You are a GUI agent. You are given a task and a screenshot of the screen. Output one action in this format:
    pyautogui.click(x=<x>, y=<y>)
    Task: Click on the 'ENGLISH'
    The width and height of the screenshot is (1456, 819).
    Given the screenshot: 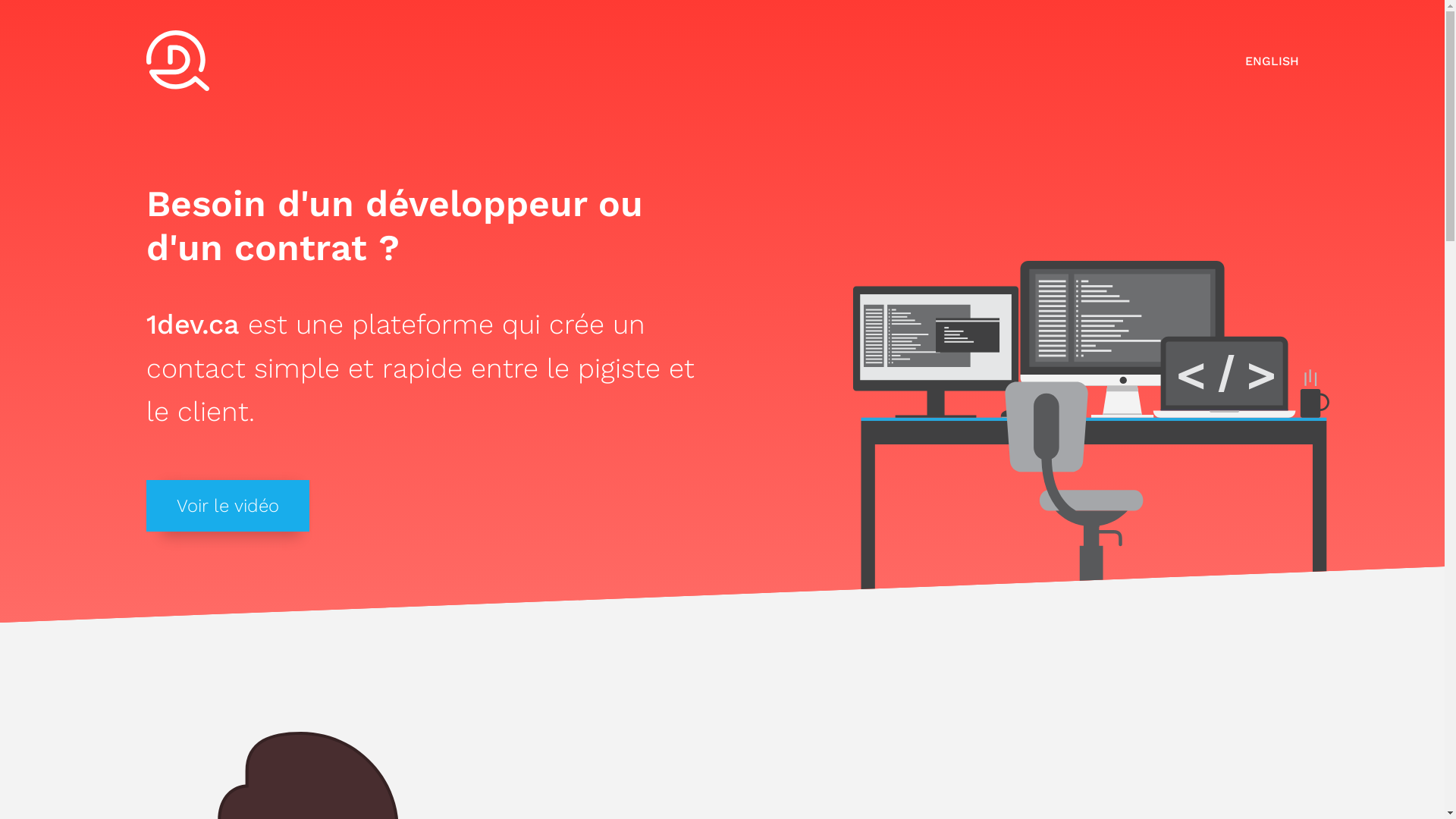 What is the action you would take?
    pyautogui.click(x=1244, y=60)
    